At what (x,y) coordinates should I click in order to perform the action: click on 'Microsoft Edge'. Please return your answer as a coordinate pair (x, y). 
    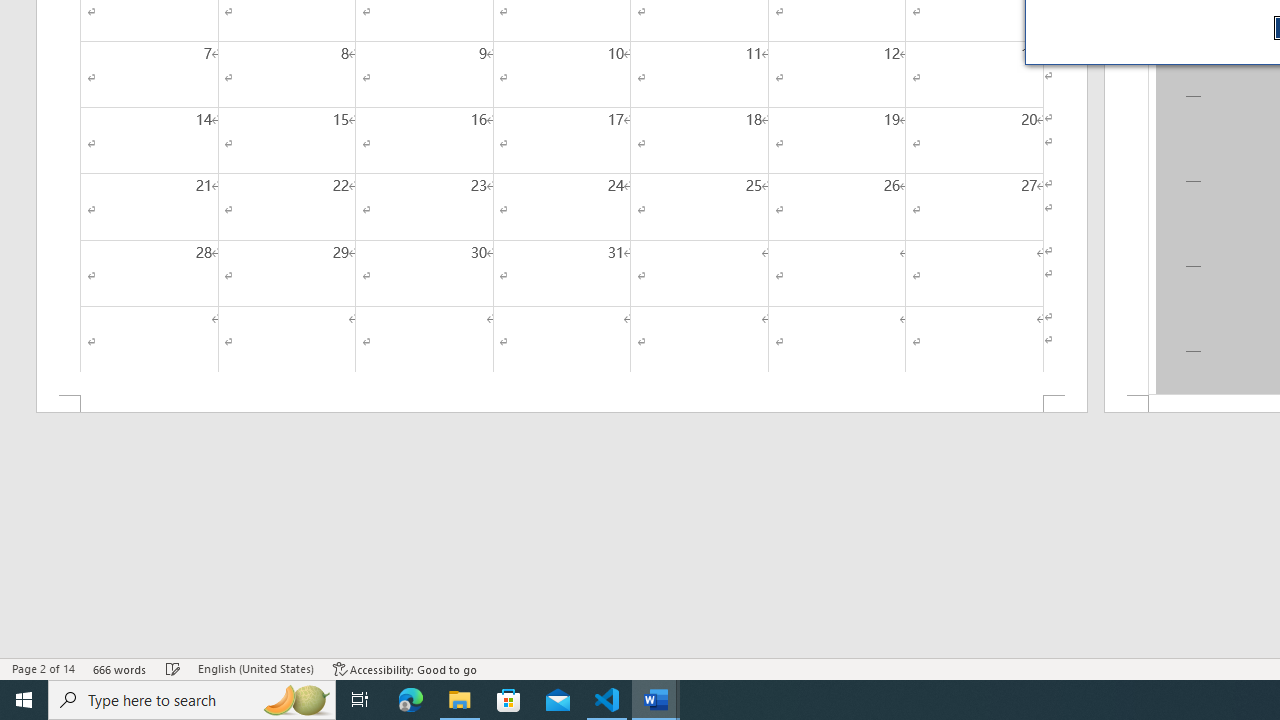
    Looking at the image, I should click on (410, 698).